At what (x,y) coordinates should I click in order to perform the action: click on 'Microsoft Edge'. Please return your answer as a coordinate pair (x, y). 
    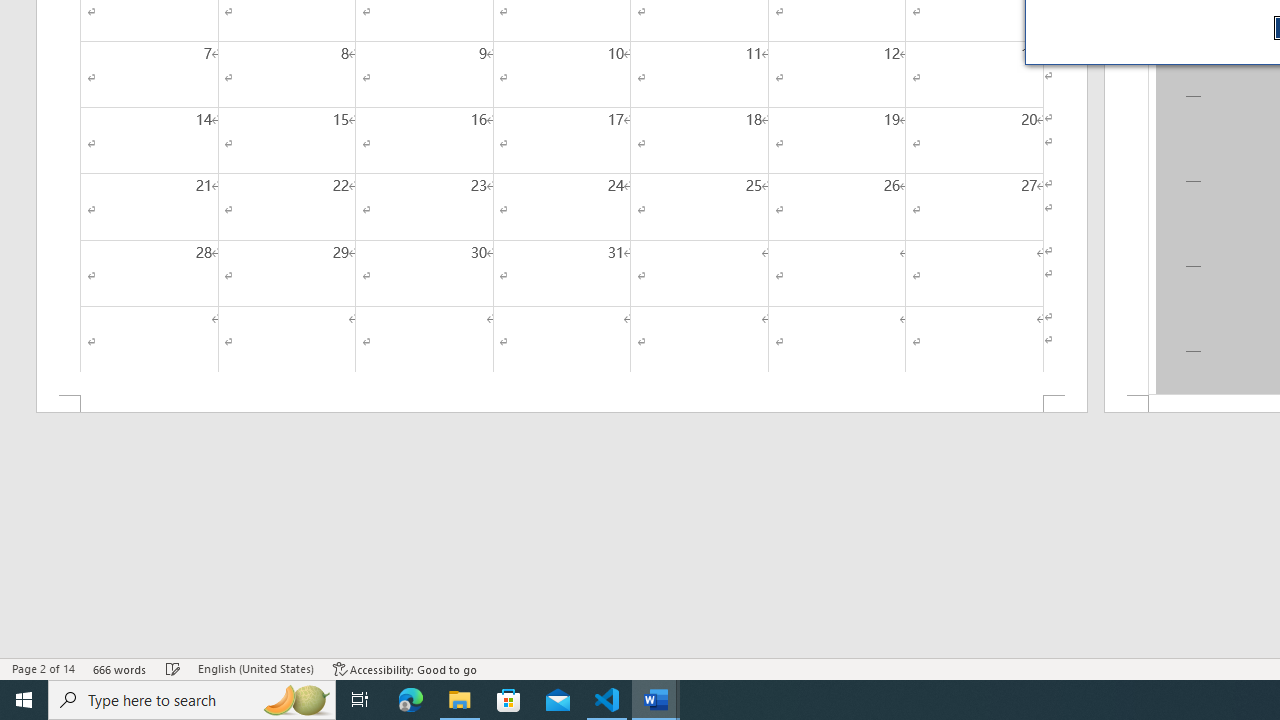
    Looking at the image, I should click on (410, 698).